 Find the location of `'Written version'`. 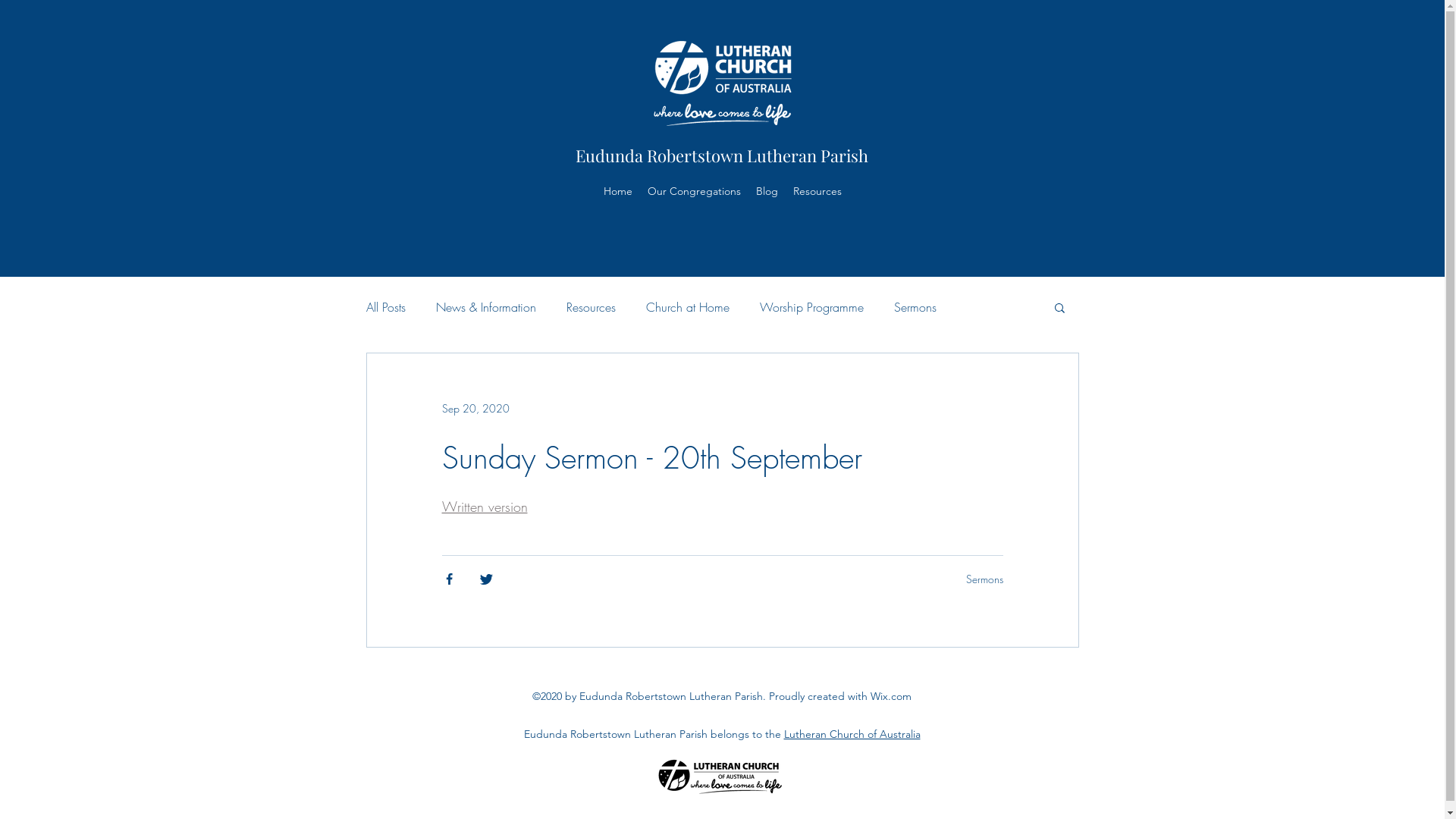

'Written version' is located at coordinates (483, 506).